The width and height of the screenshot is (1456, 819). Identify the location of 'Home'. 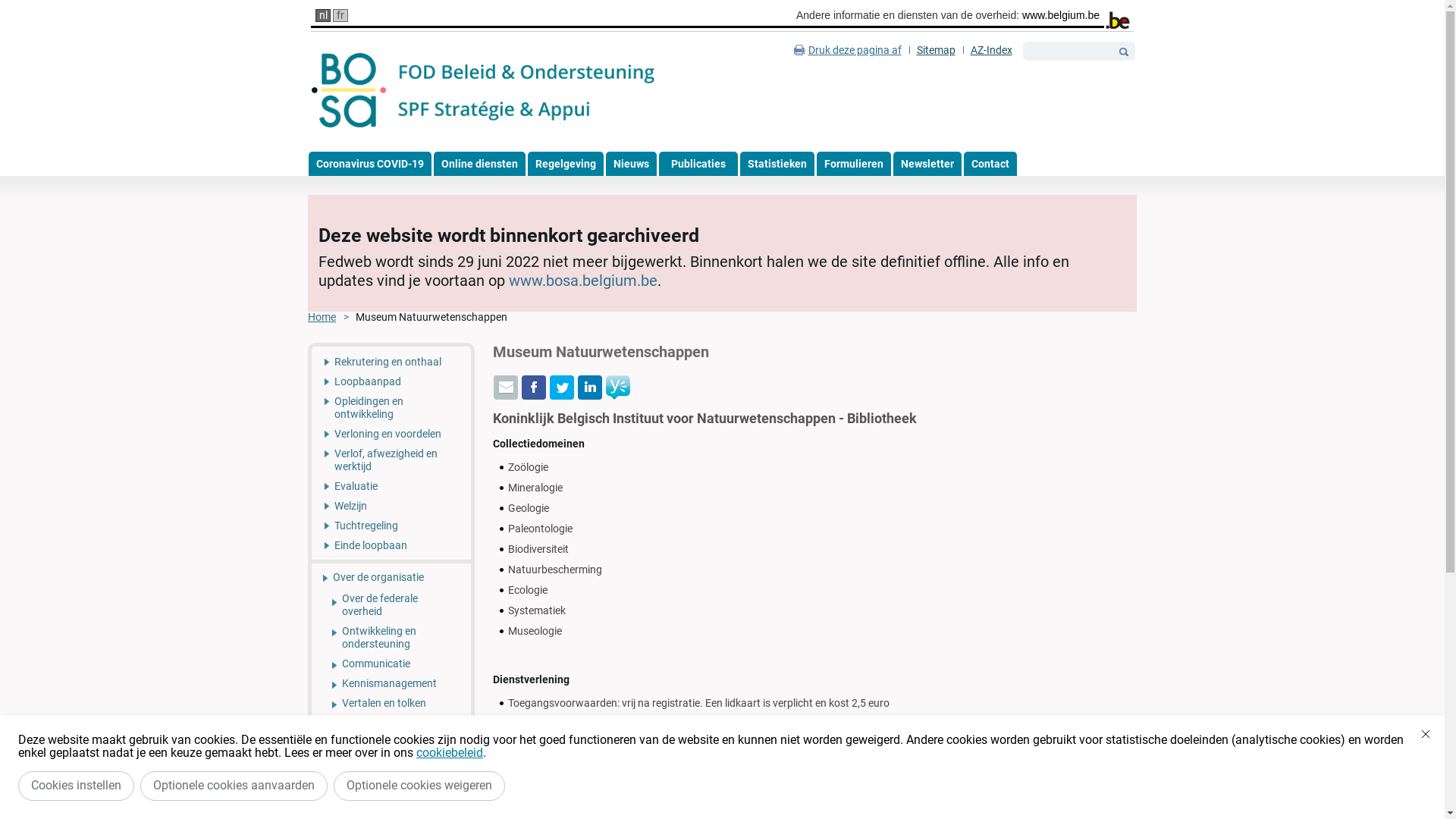
(331, 315).